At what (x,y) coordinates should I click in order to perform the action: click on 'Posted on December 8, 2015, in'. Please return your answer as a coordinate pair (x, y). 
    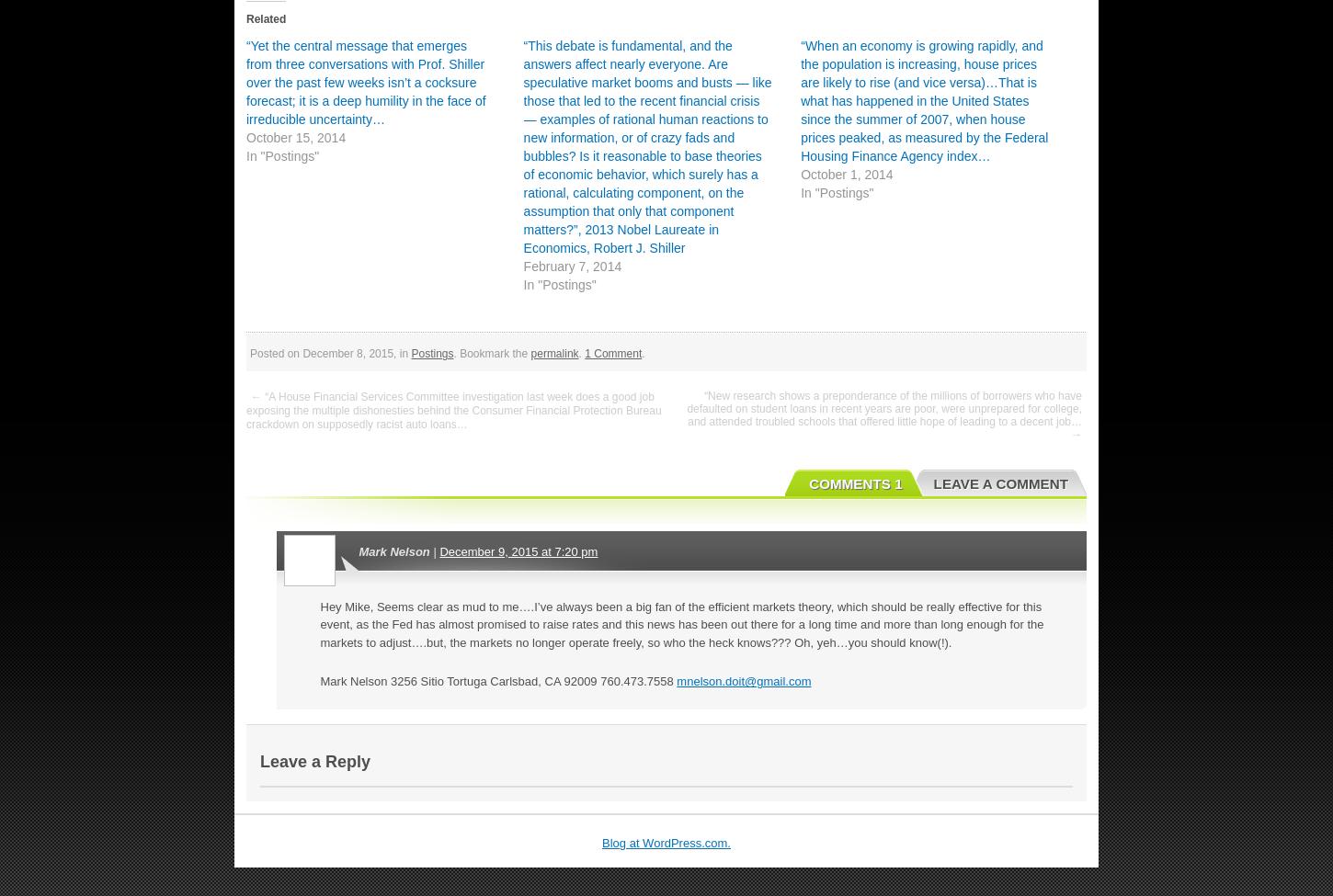
    Looking at the image, I should click on (330, 351).